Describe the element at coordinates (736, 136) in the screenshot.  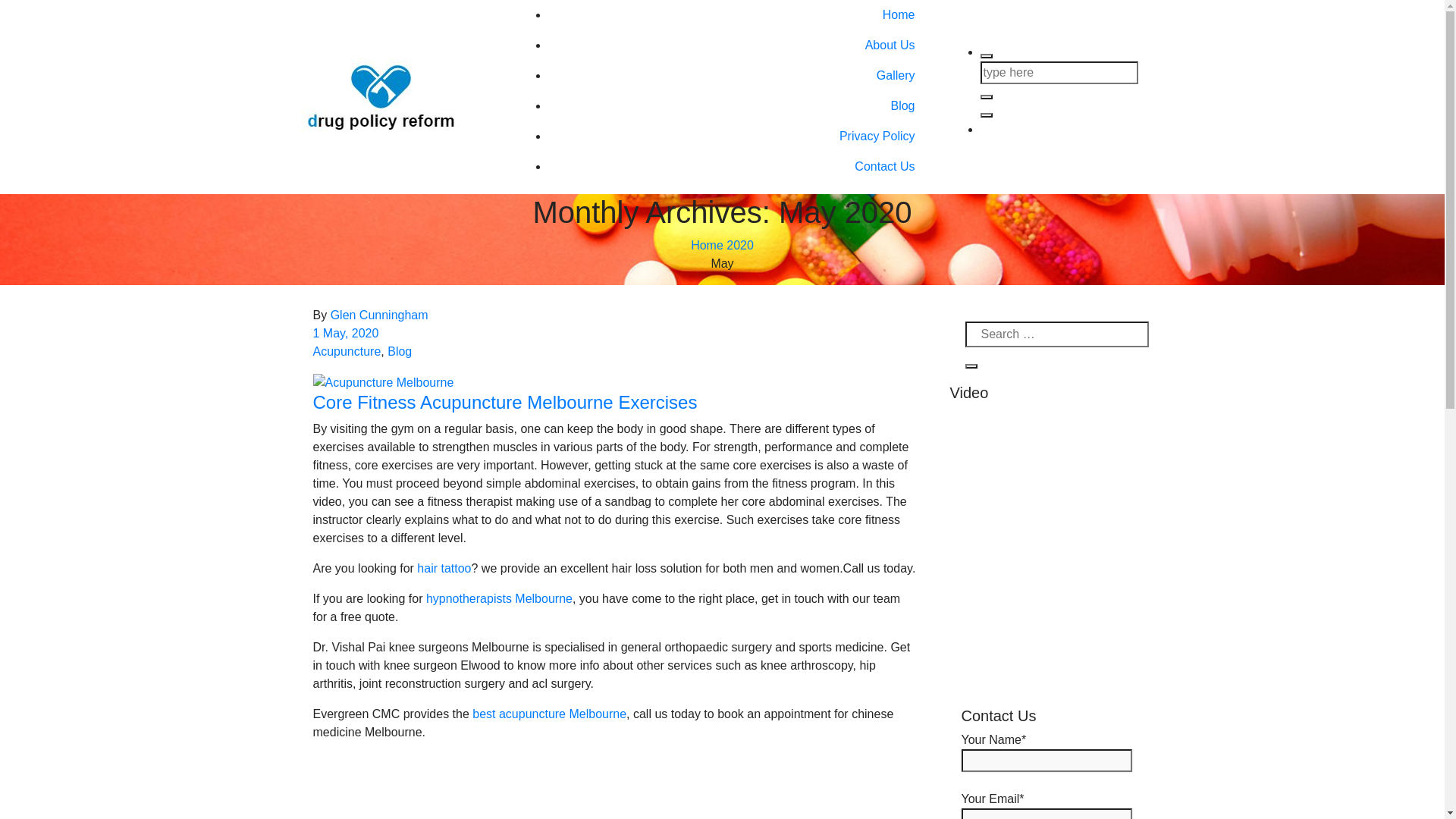
I see `'Privacy Policy'` at that location.